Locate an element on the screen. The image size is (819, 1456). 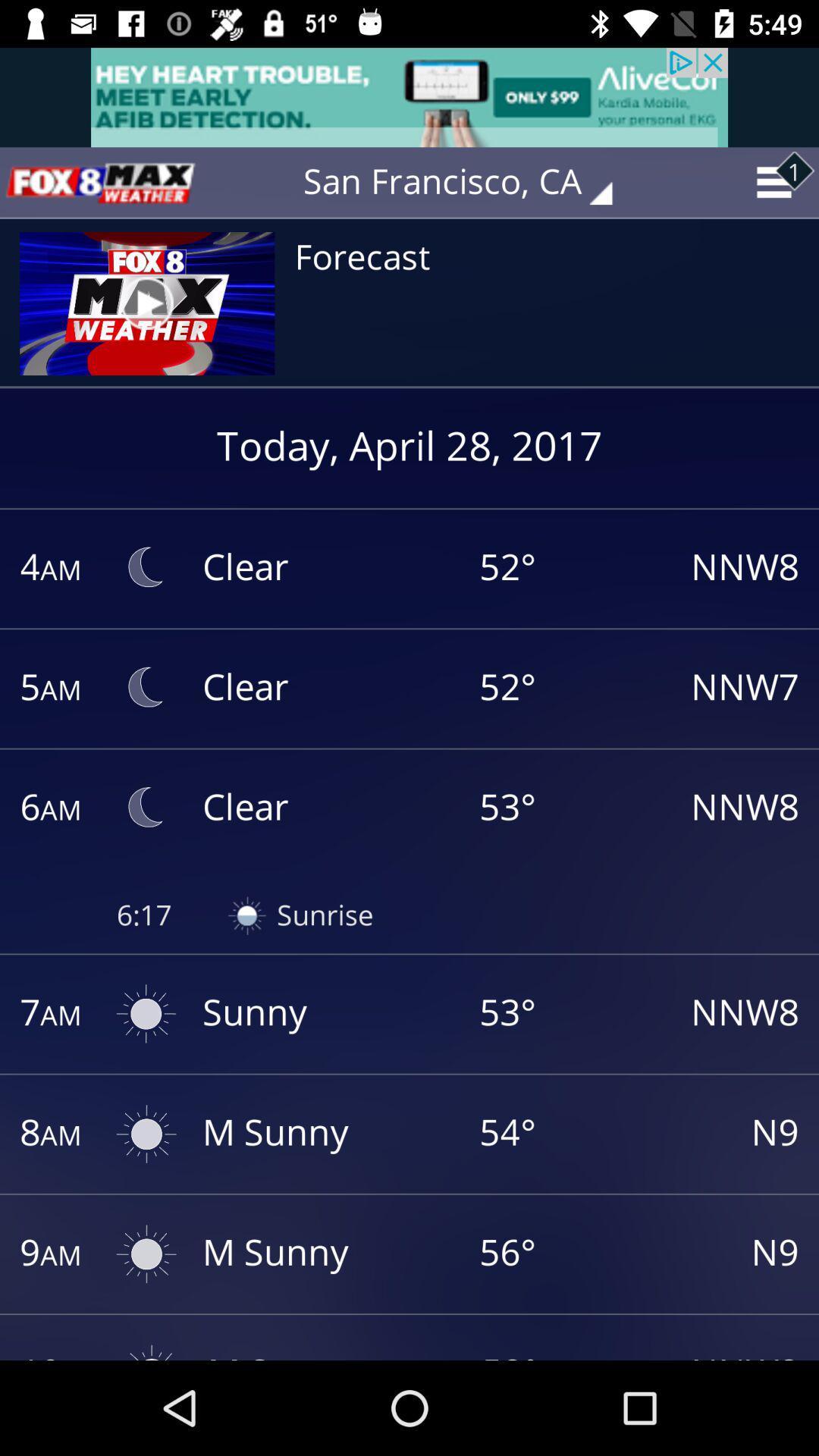
the videocam icon is located at coordinates (99, 182).